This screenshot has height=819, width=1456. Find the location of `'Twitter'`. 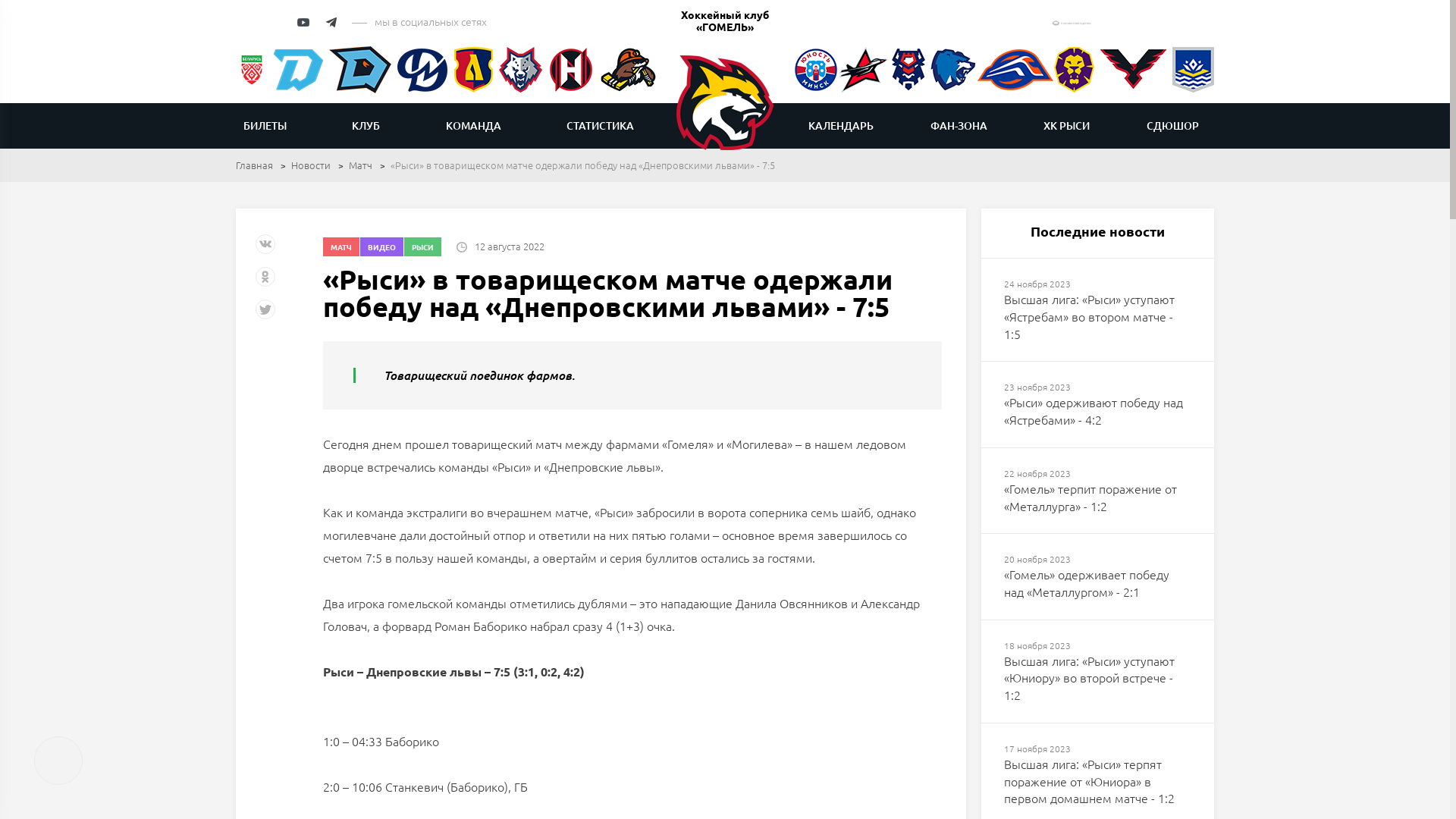

'Twitter' is located at coordinates (266, 314).